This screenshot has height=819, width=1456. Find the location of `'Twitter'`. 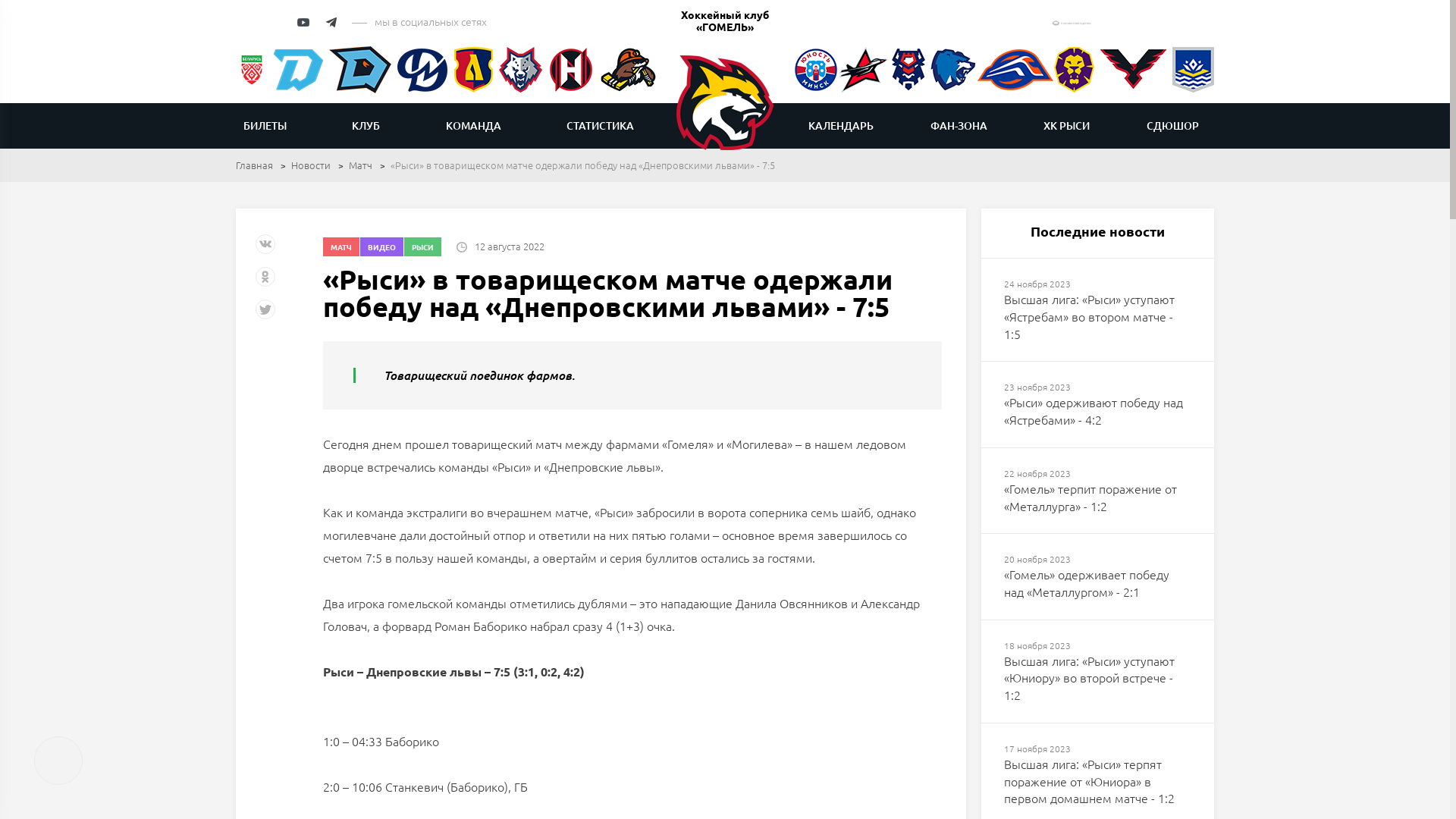

'Twitter' is located at coordinates (266, 314).